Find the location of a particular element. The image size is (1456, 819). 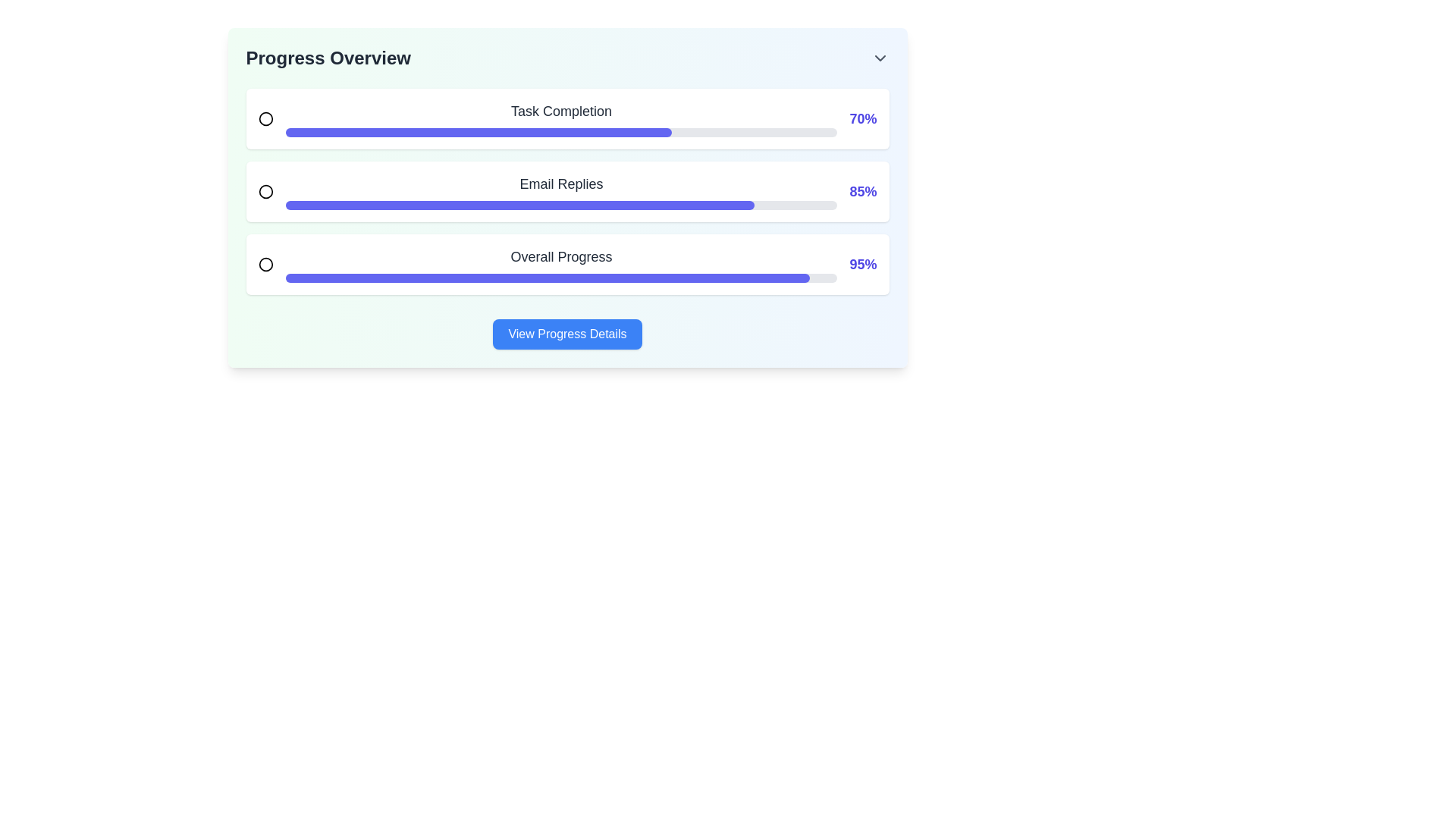

the progress bar labeled 'Overall Progress' which displays '95%' on the right and is the third item in the list of progress indicators is located at coordinates (566, 263).